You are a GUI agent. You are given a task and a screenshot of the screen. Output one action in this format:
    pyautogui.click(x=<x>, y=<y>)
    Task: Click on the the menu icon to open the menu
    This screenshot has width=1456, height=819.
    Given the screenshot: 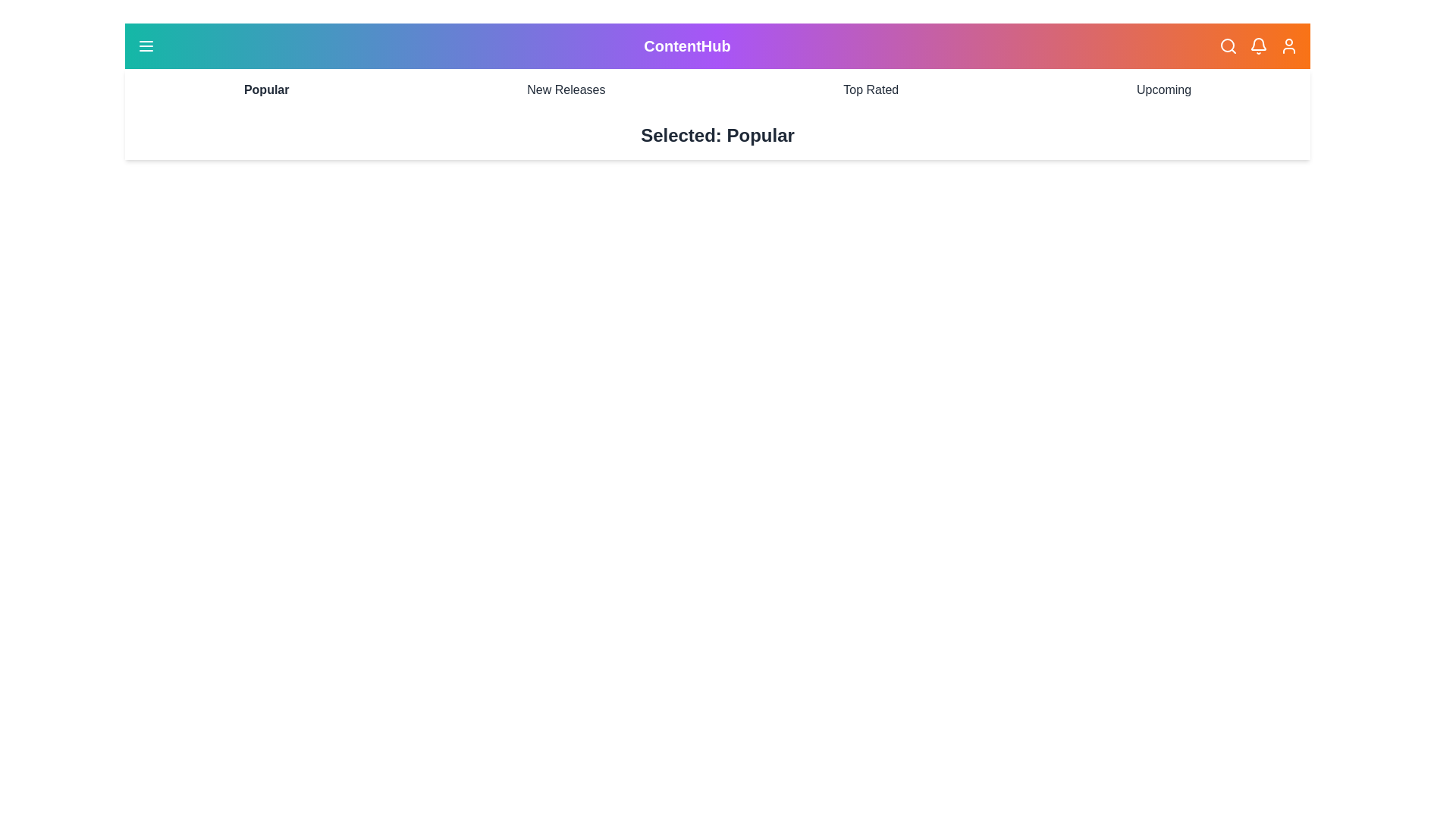 What is the action you would take?
    pyautogui.click(x=146, y=45)
    